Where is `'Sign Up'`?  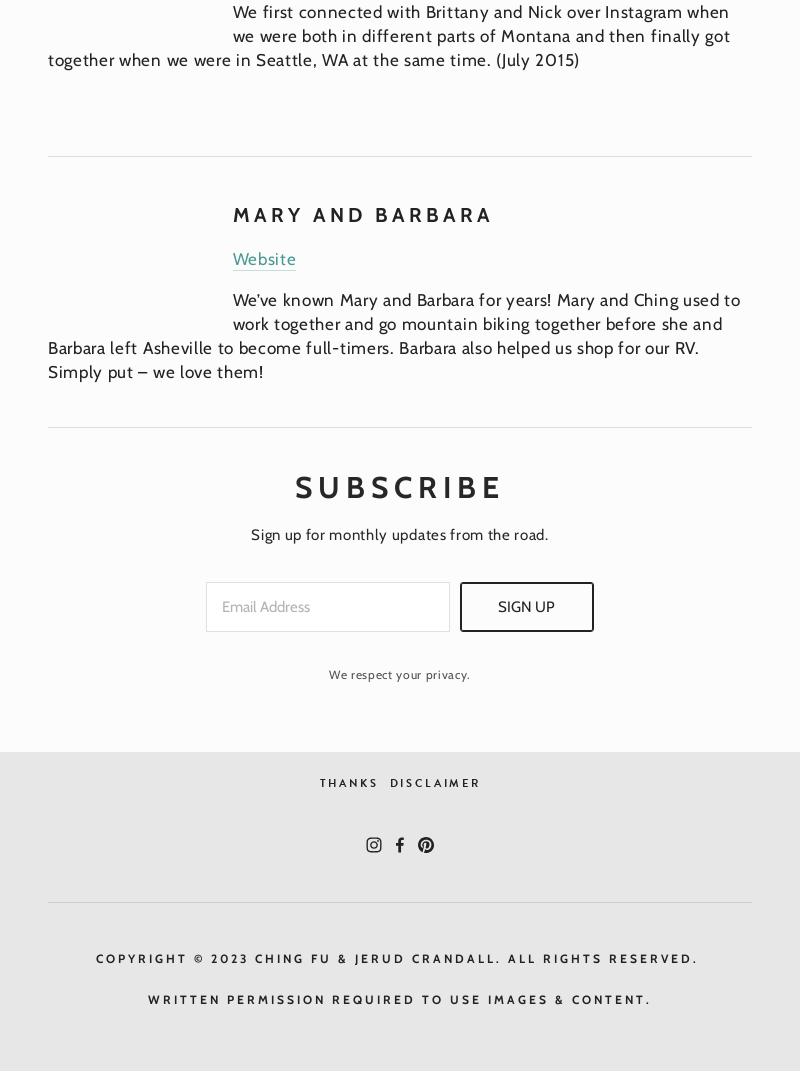 'Sign Up' is located at coordinates (525, 607).